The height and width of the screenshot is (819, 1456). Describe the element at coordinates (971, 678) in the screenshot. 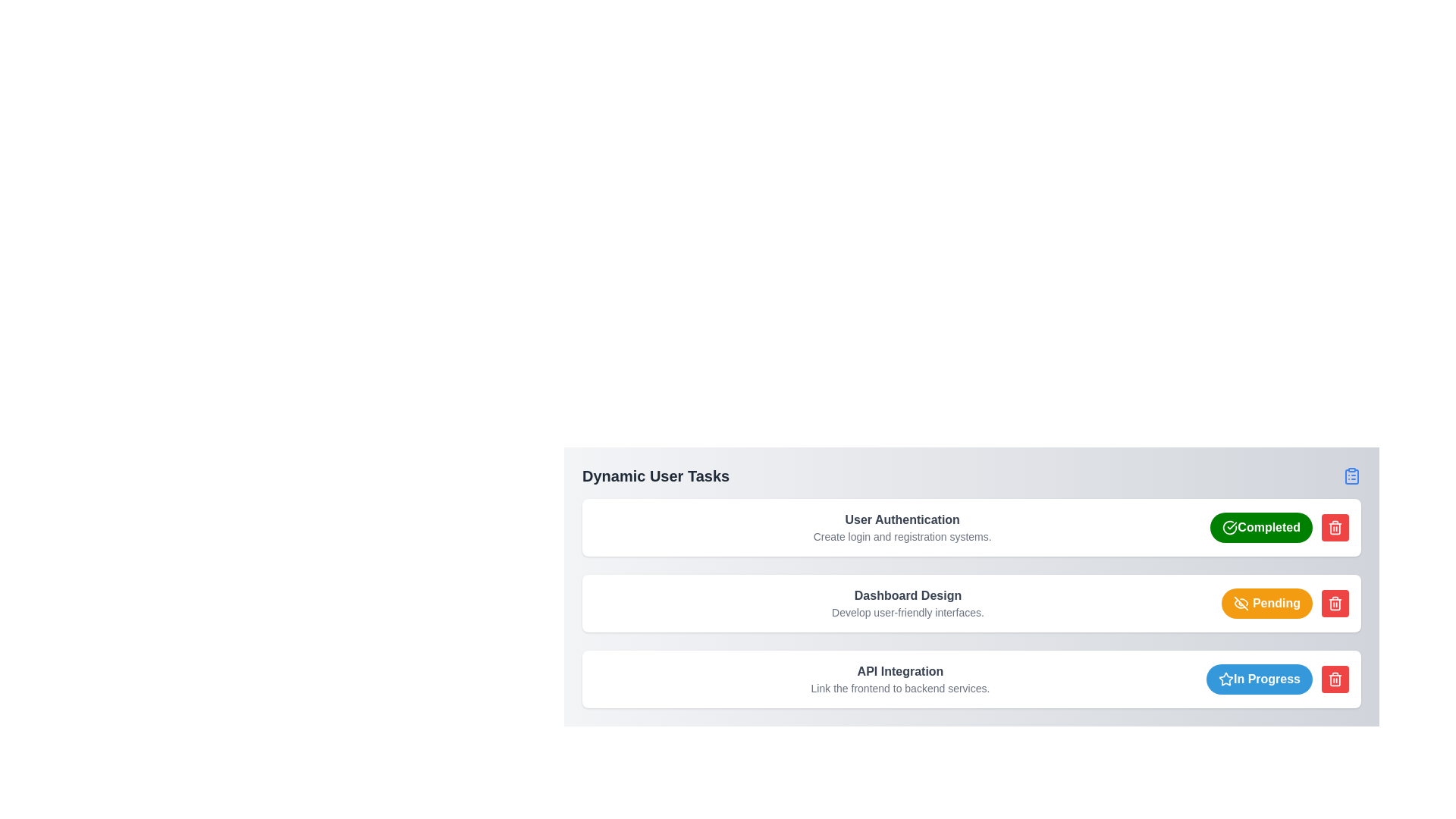

I see `the Task summary card labeled 'API Integration' which features a blue 'In Progress' button and a red trash button` at that location.